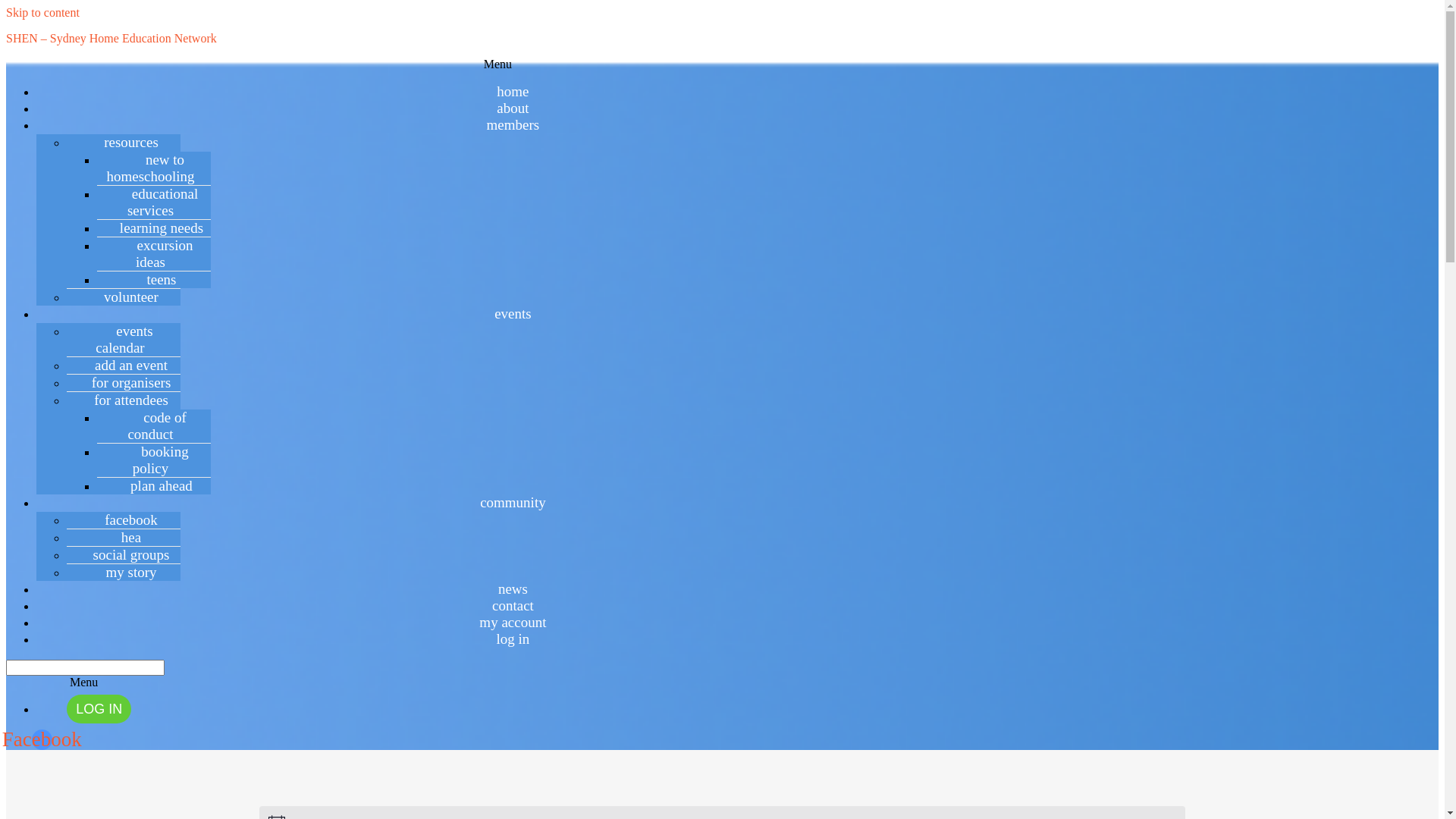 The height and width of the screenshot is (819, 1456). What do you see at coordinates (153, 485) in the screenshot?
I see `'plan ahead'` at bounding box center [153, 485].